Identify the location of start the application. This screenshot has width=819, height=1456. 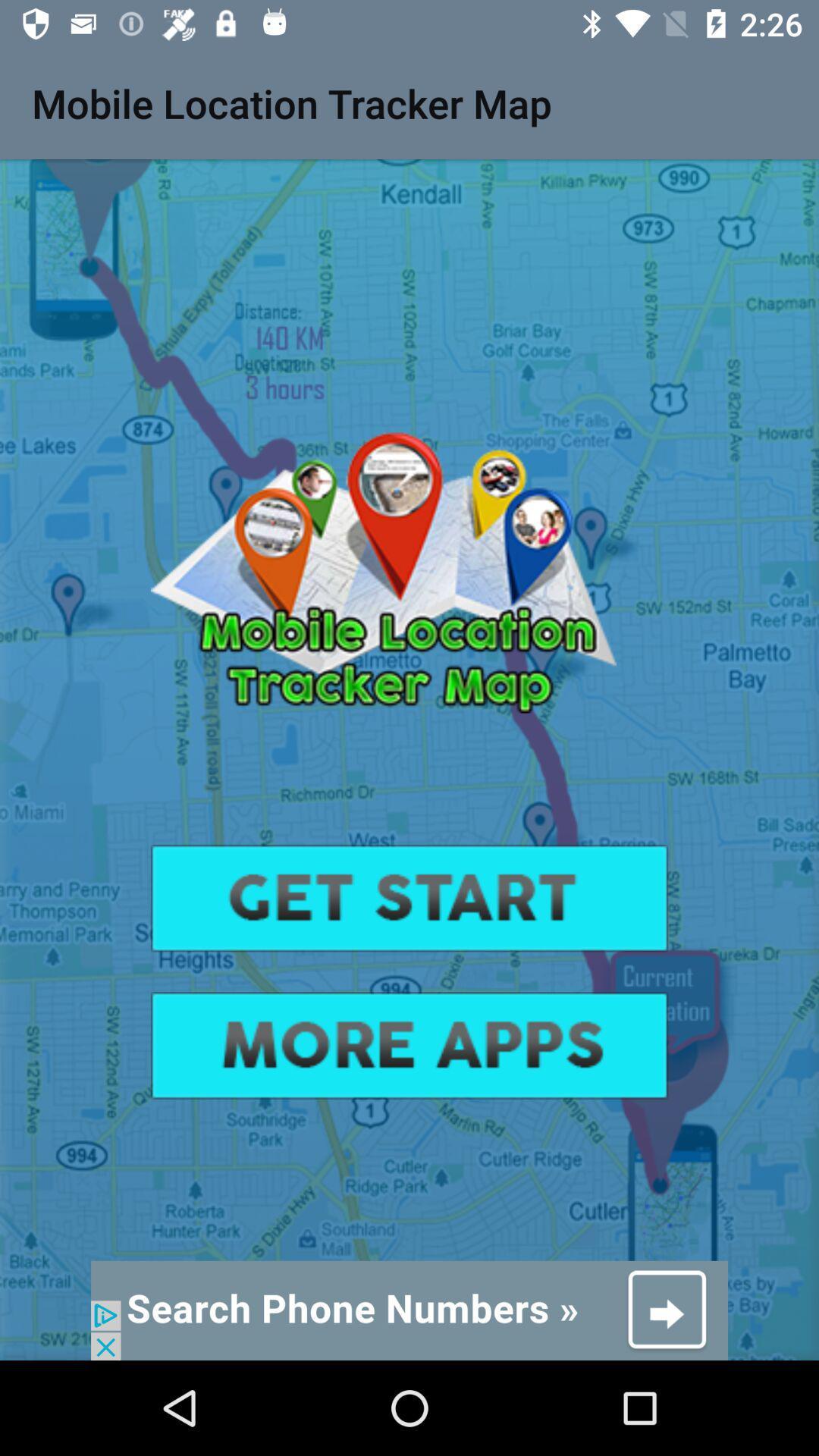
(409, 898).